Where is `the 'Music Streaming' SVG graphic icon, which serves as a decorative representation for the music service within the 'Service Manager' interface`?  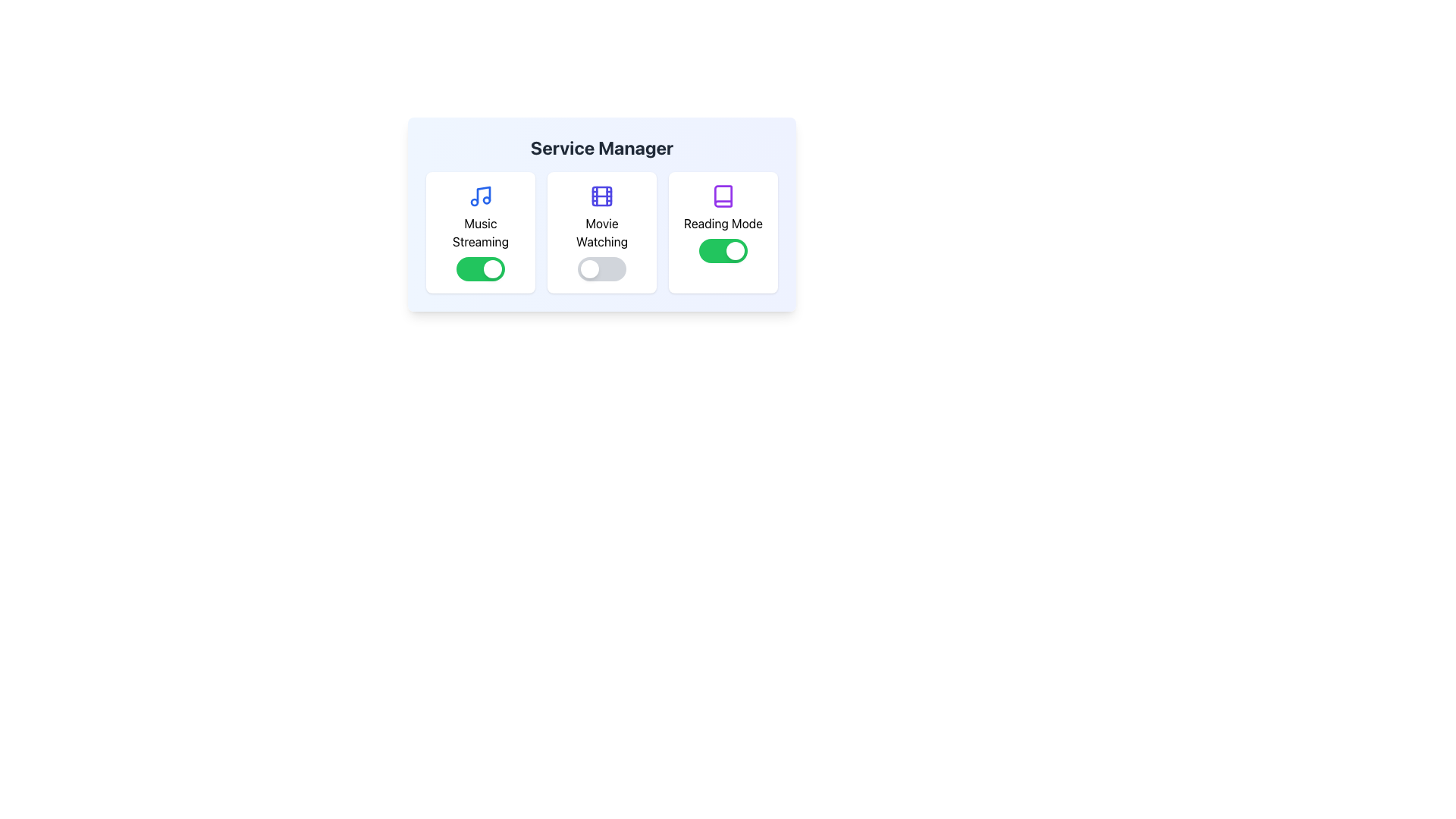 the 'Music Streaming' SVG graphic icon, which serves as a decorative representation for the music service within the 'Service Manager' interface is located at coordinates (479, 195).